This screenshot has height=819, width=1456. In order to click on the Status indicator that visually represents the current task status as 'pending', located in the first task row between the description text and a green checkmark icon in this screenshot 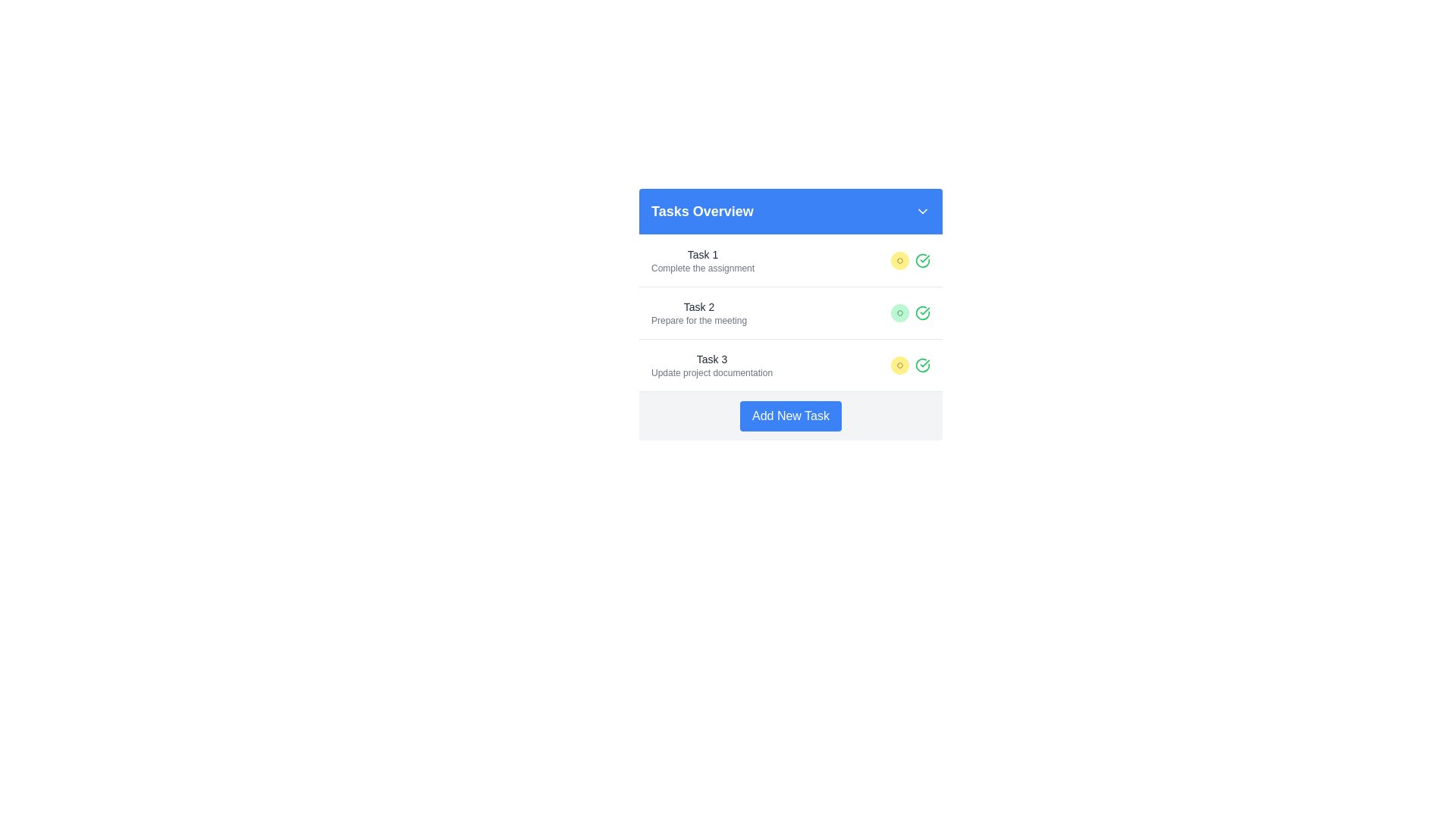, I will do `click(910, 259)`.